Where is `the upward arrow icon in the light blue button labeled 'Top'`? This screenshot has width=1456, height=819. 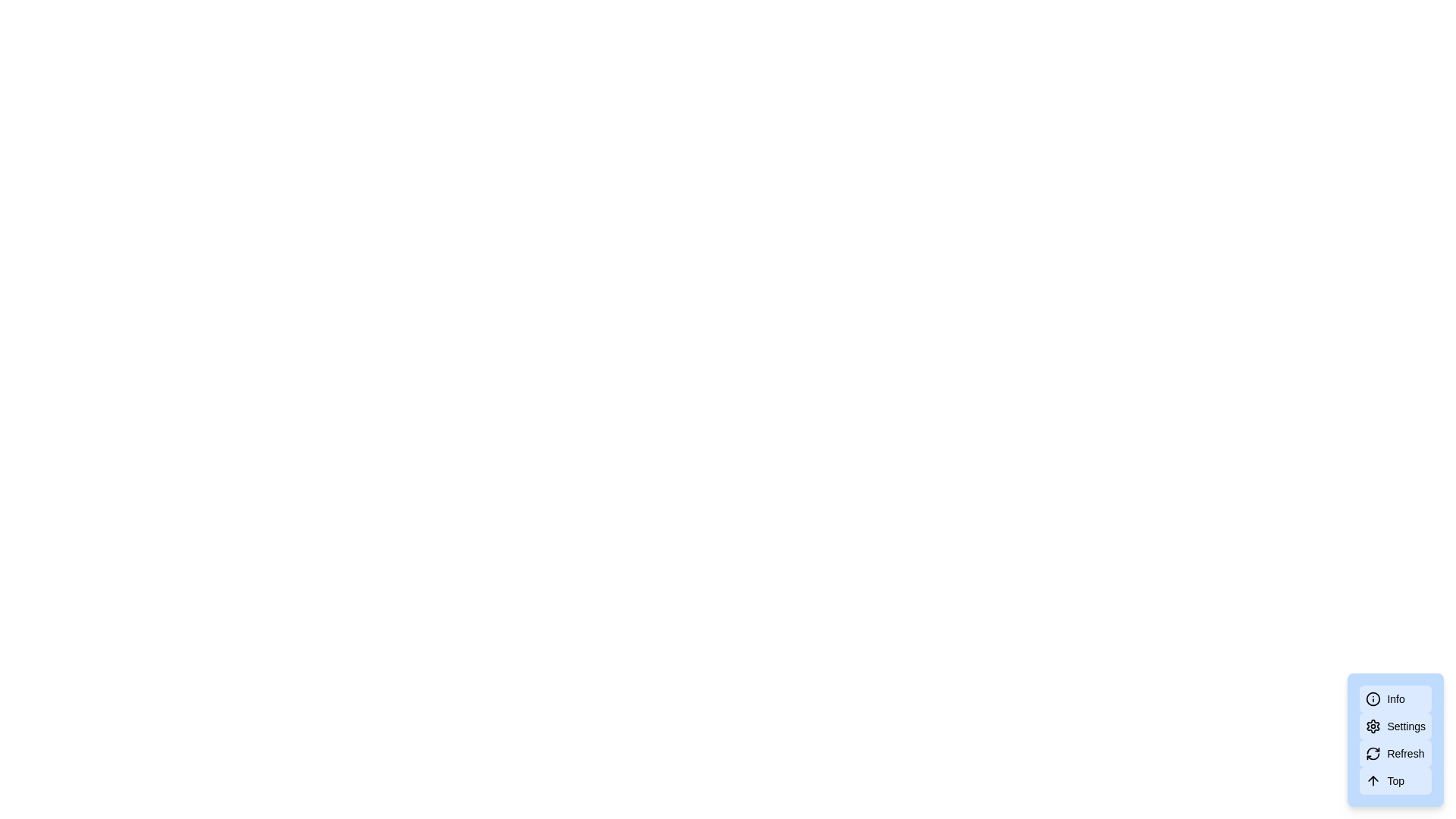
the upward arrow icon in the light blue button labeled 'Top' is located at coordinates (1373, 780).